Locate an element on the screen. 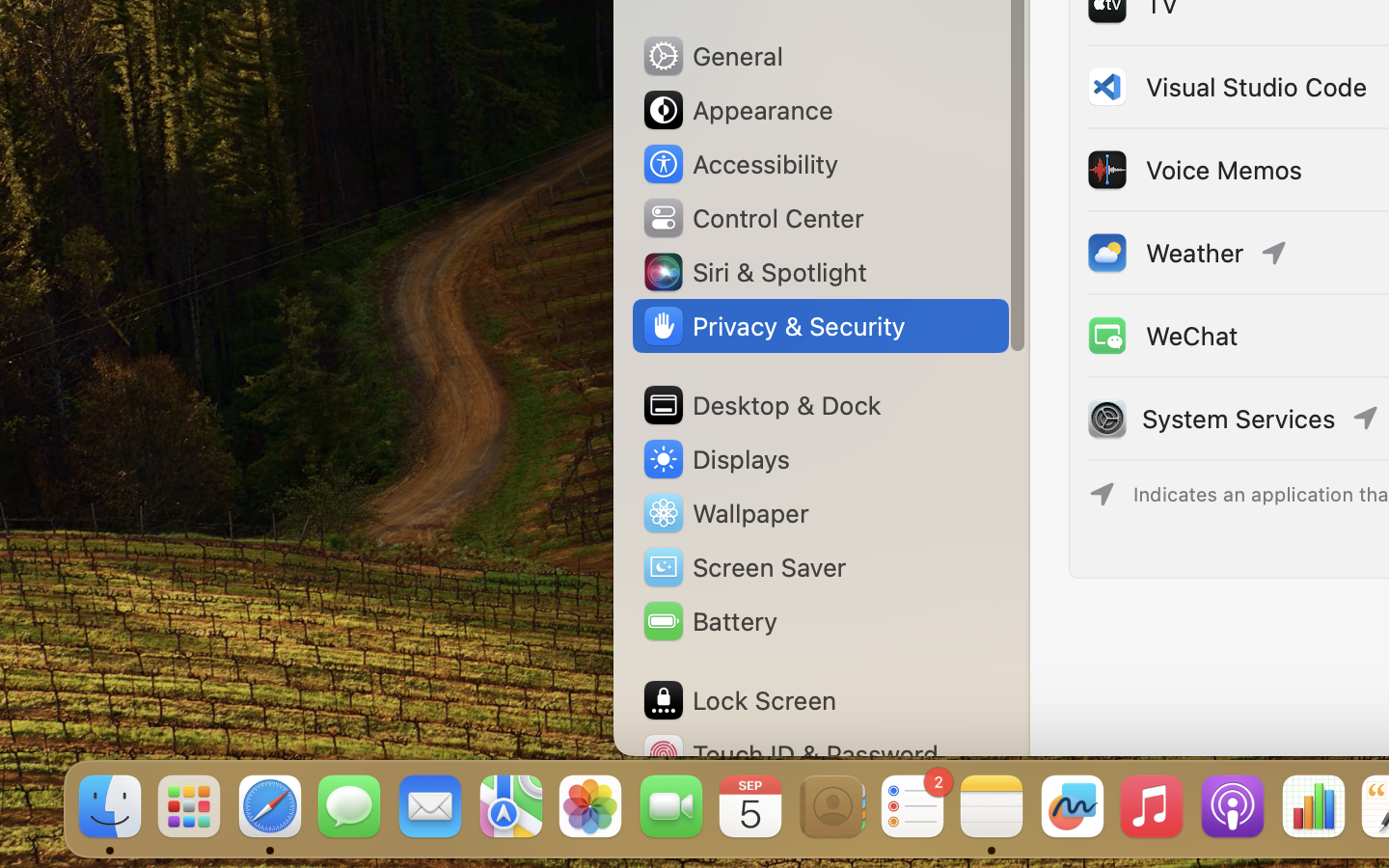 The width and height of the screenshot is (1389, 868). 'Weather' is located at coordinates (1163, 251).